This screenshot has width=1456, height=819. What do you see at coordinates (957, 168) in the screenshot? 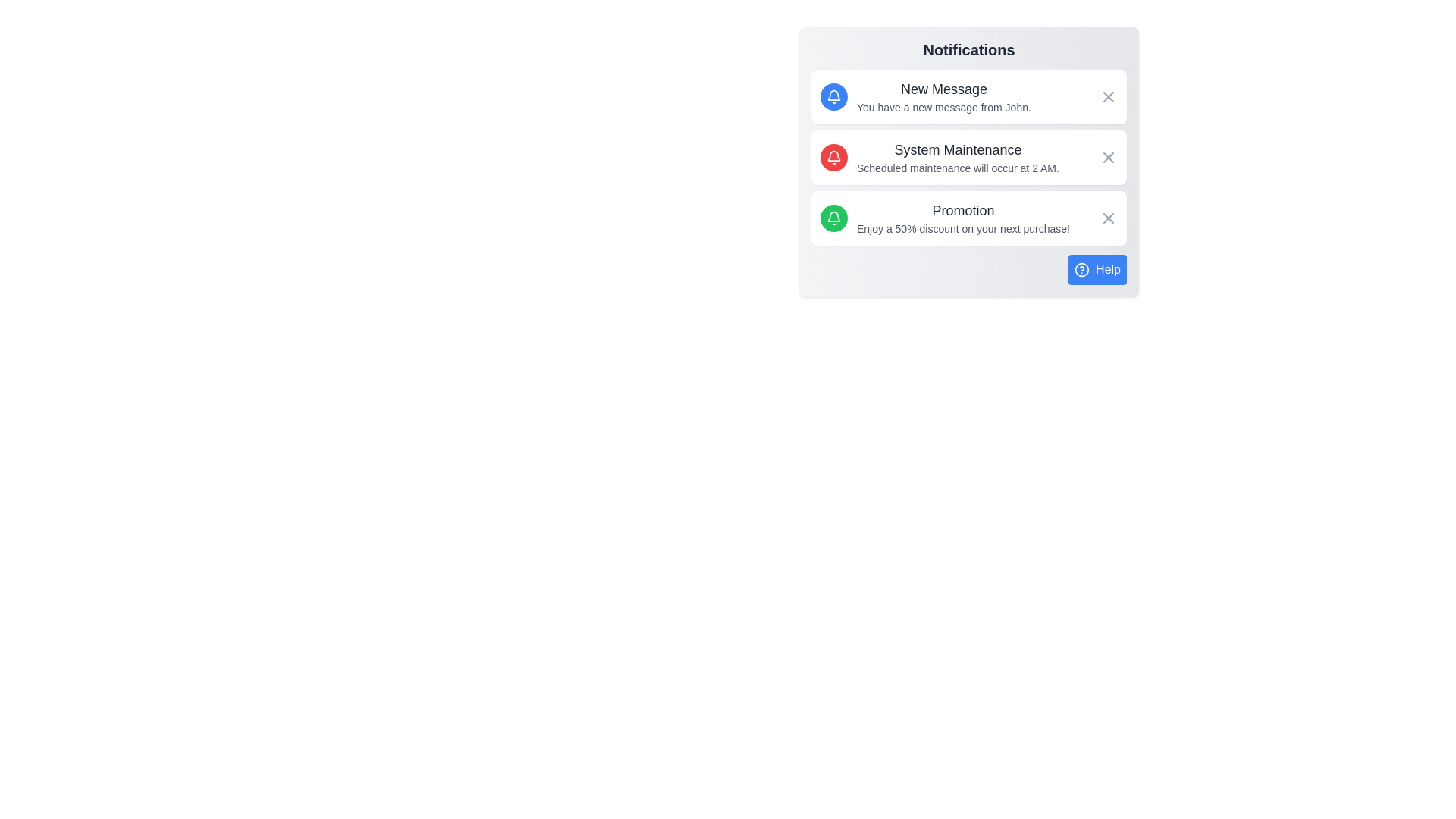
I see `second line of text in the notification card titled 'System Maintenance', which informs the user about scheduled maintenance` at bounding box center [957, 168].